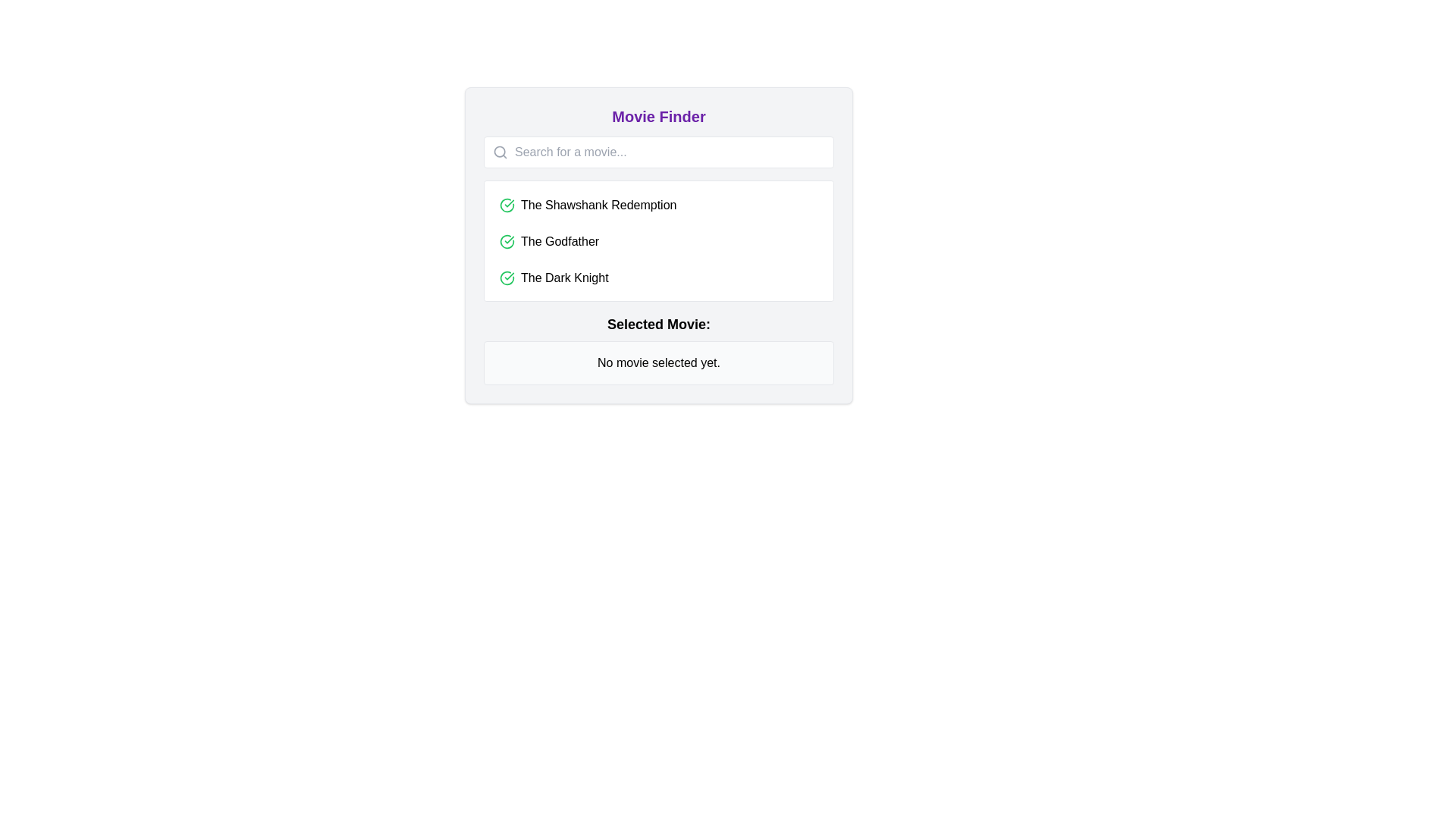  What do you see at coordinates (507, 205) in the screenshot?
I see `the circular checkmark icon with a green outline next to 'The Shawshank Redemption' to interact with the list item` at bounding box center [507, 205].